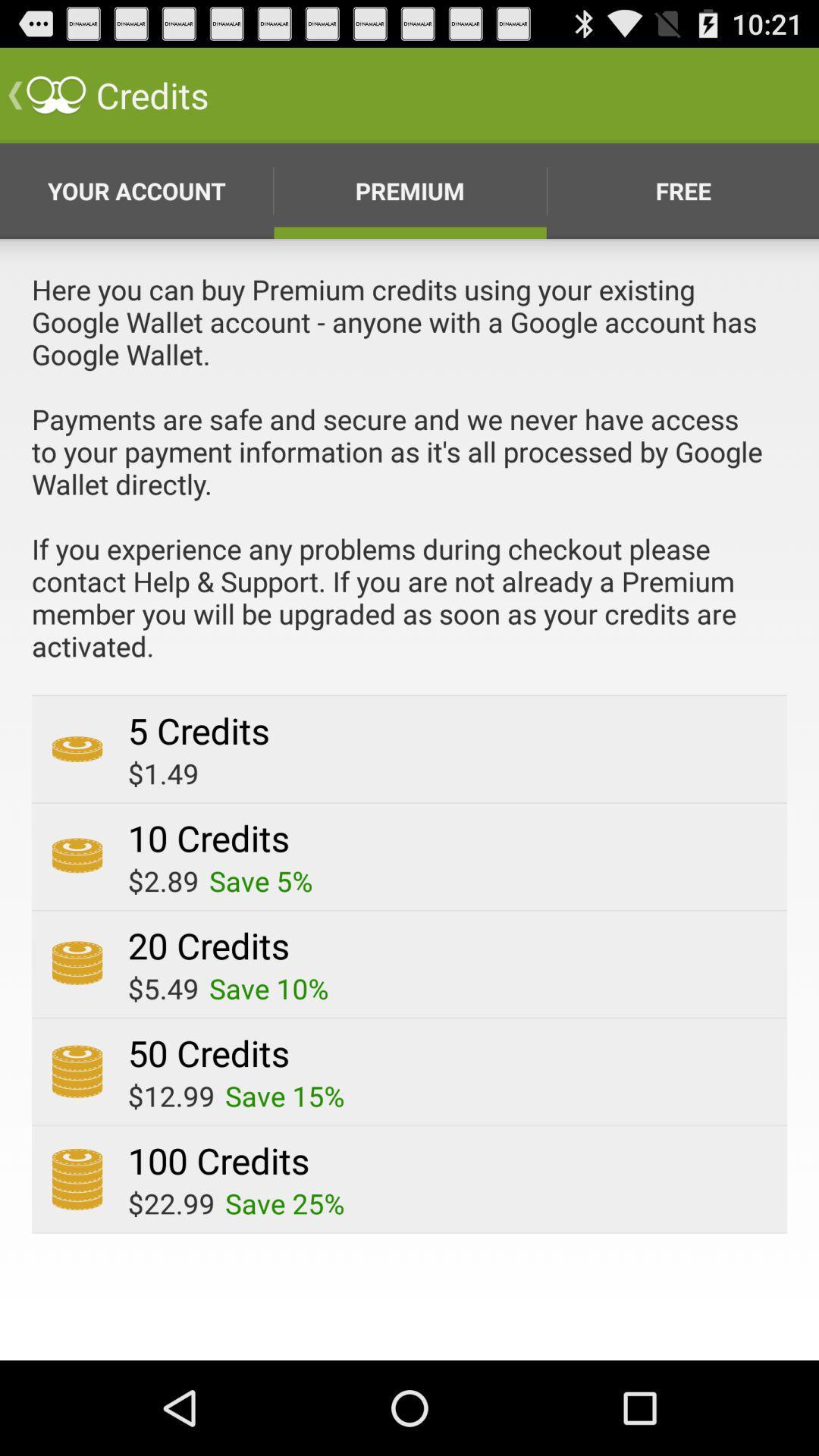 This screenshot has height=1456, width=819. What do you see at coordinates (198, 730) in the screenshot?
I see `the app below the here you can` at bounding box center [198, 730].